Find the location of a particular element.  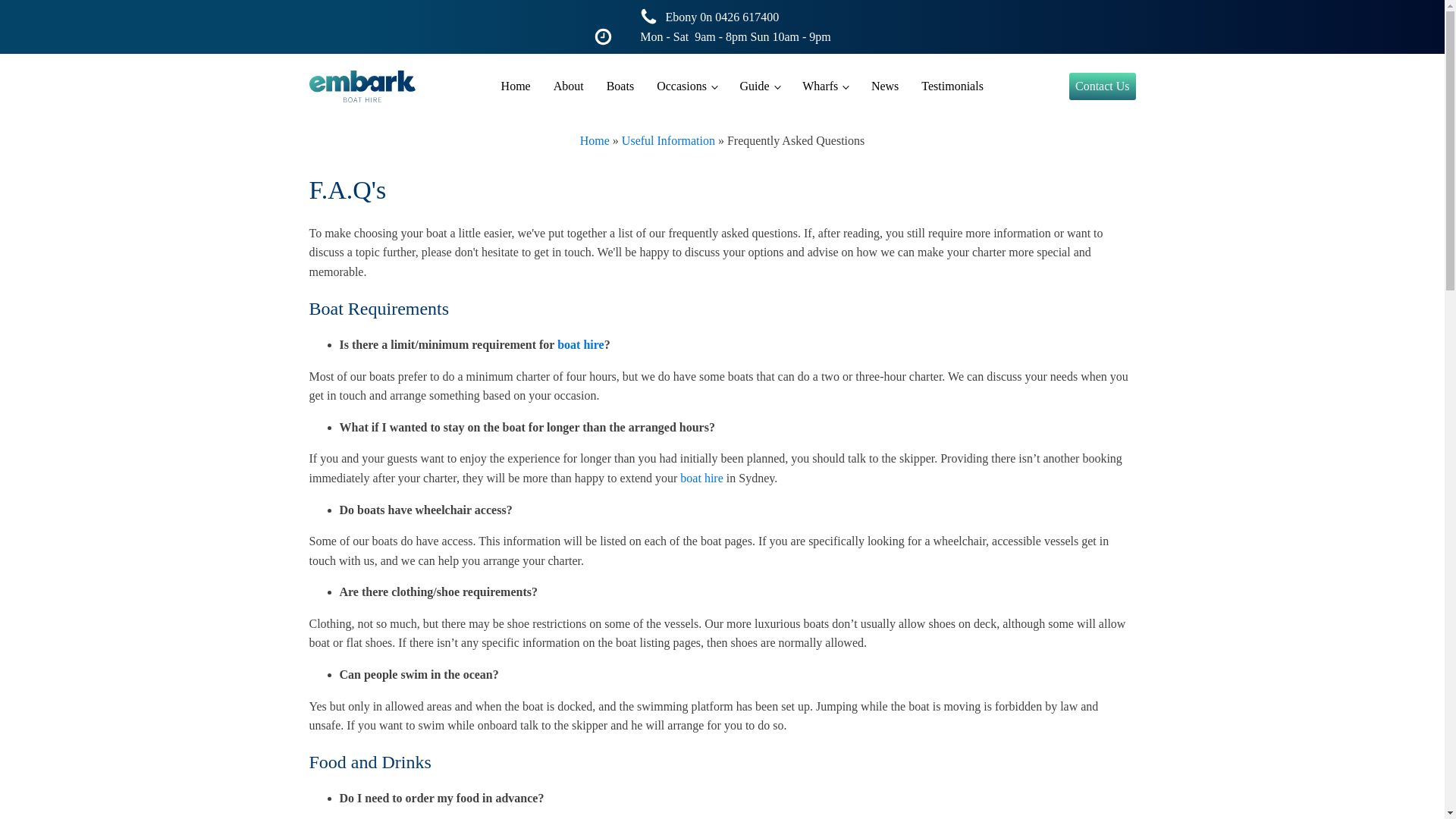

'Useful Information' is located at coordinates (667, 140).